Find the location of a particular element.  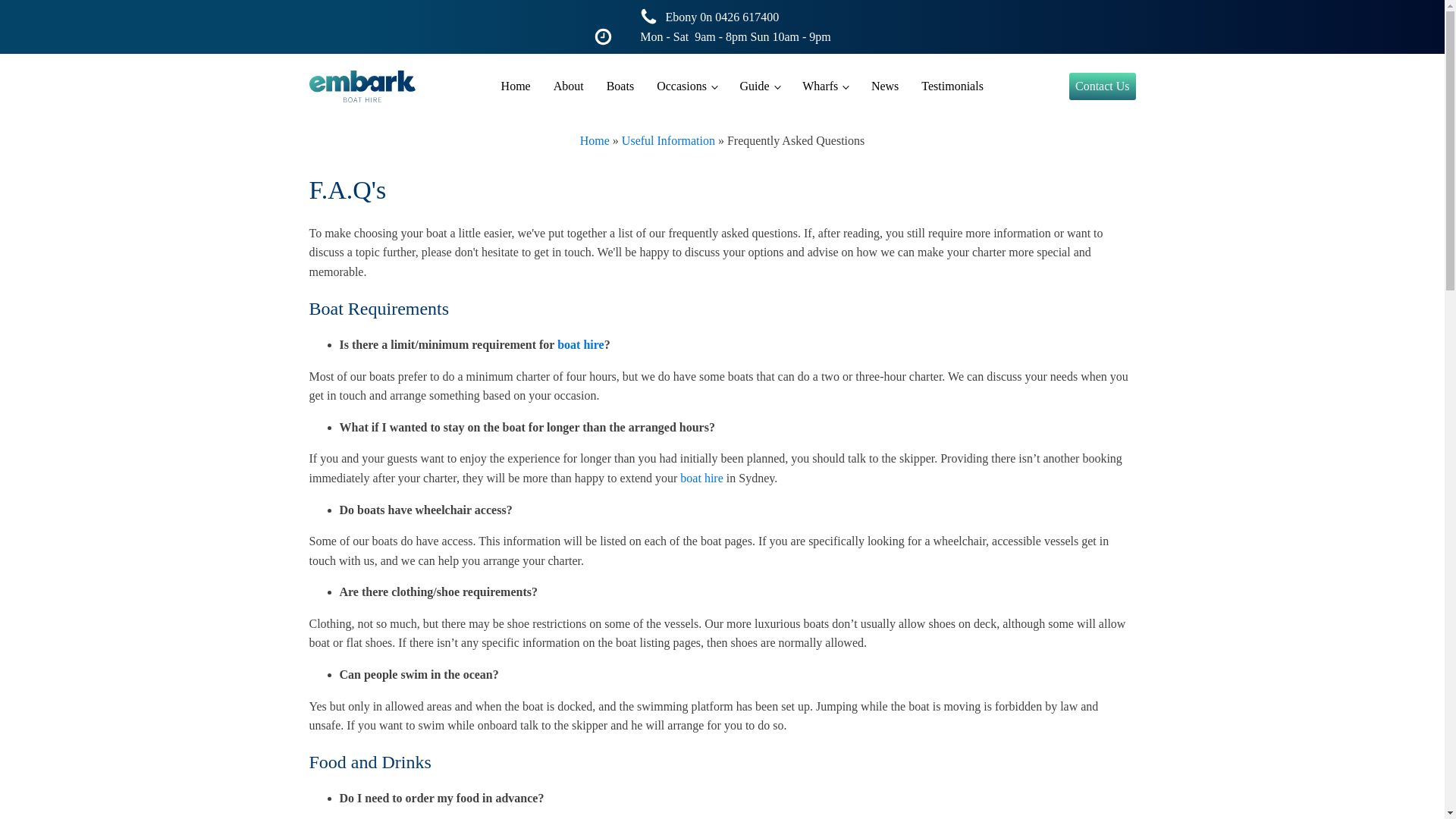

'Useful Information' is located at coordinates (667, 140).